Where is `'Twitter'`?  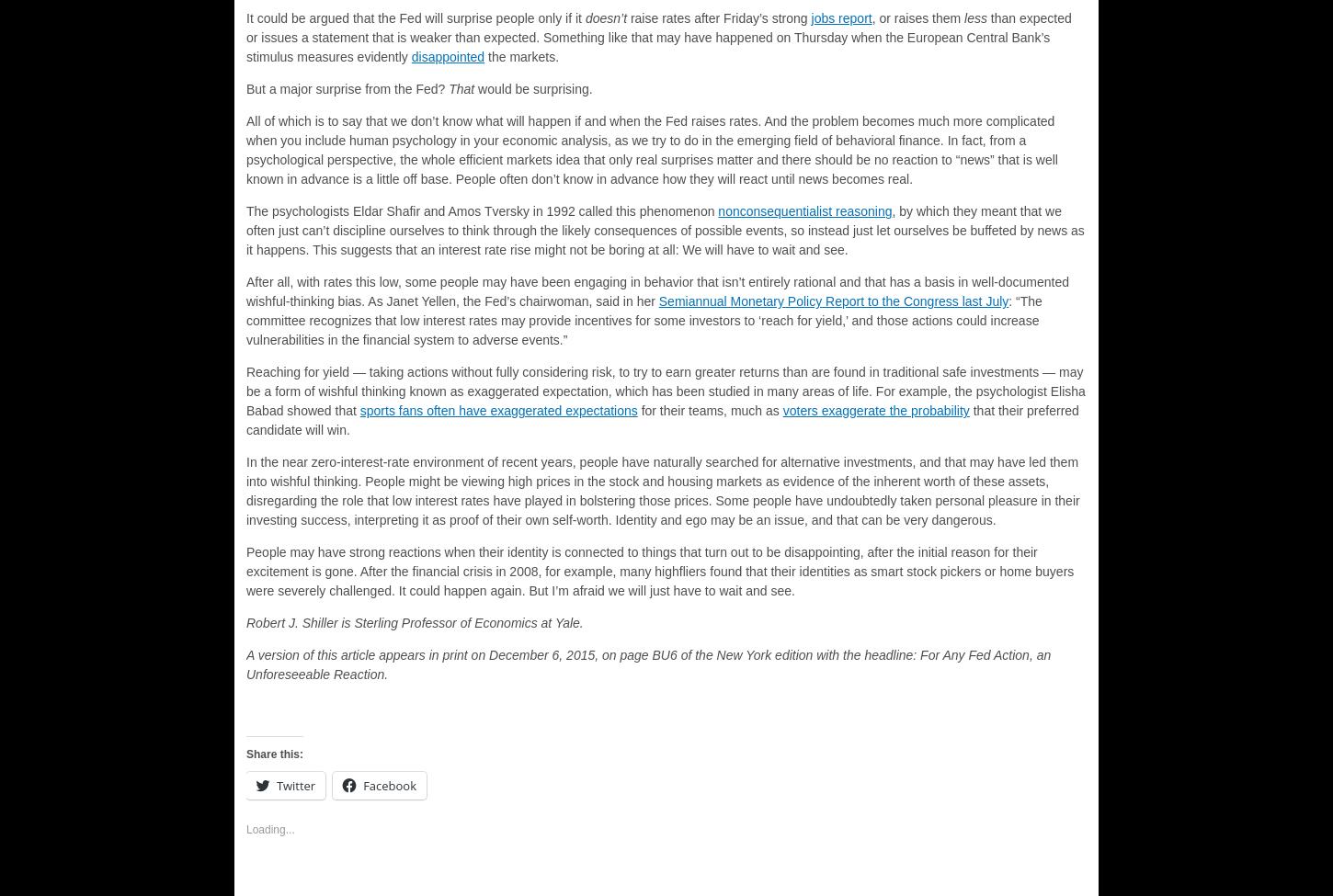
'Twitter' is located at coordinates (296, 785).